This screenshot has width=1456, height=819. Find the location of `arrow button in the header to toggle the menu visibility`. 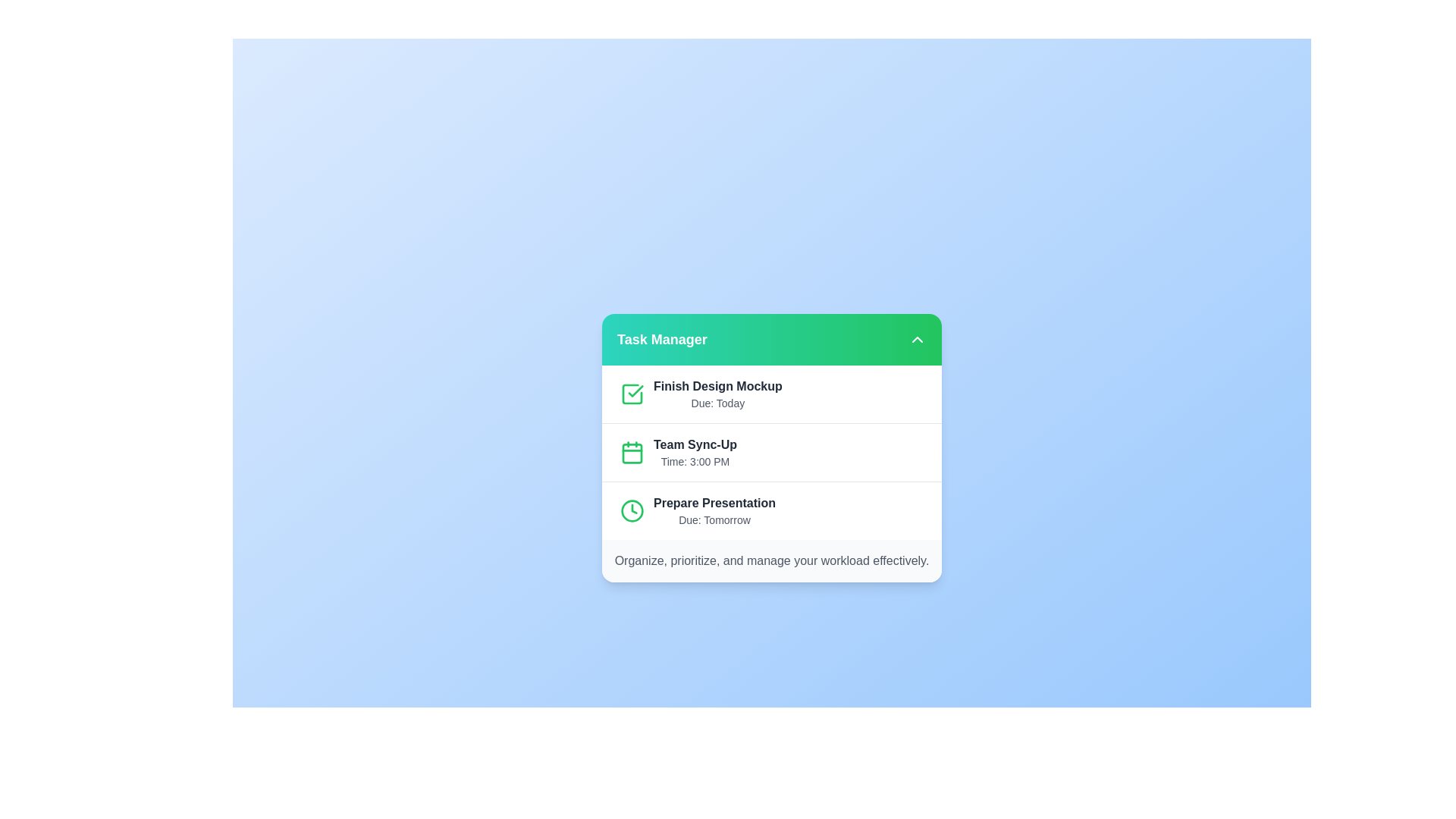

arrow button in the header to toggle the menu visibility is located at coordinates (916, 338).